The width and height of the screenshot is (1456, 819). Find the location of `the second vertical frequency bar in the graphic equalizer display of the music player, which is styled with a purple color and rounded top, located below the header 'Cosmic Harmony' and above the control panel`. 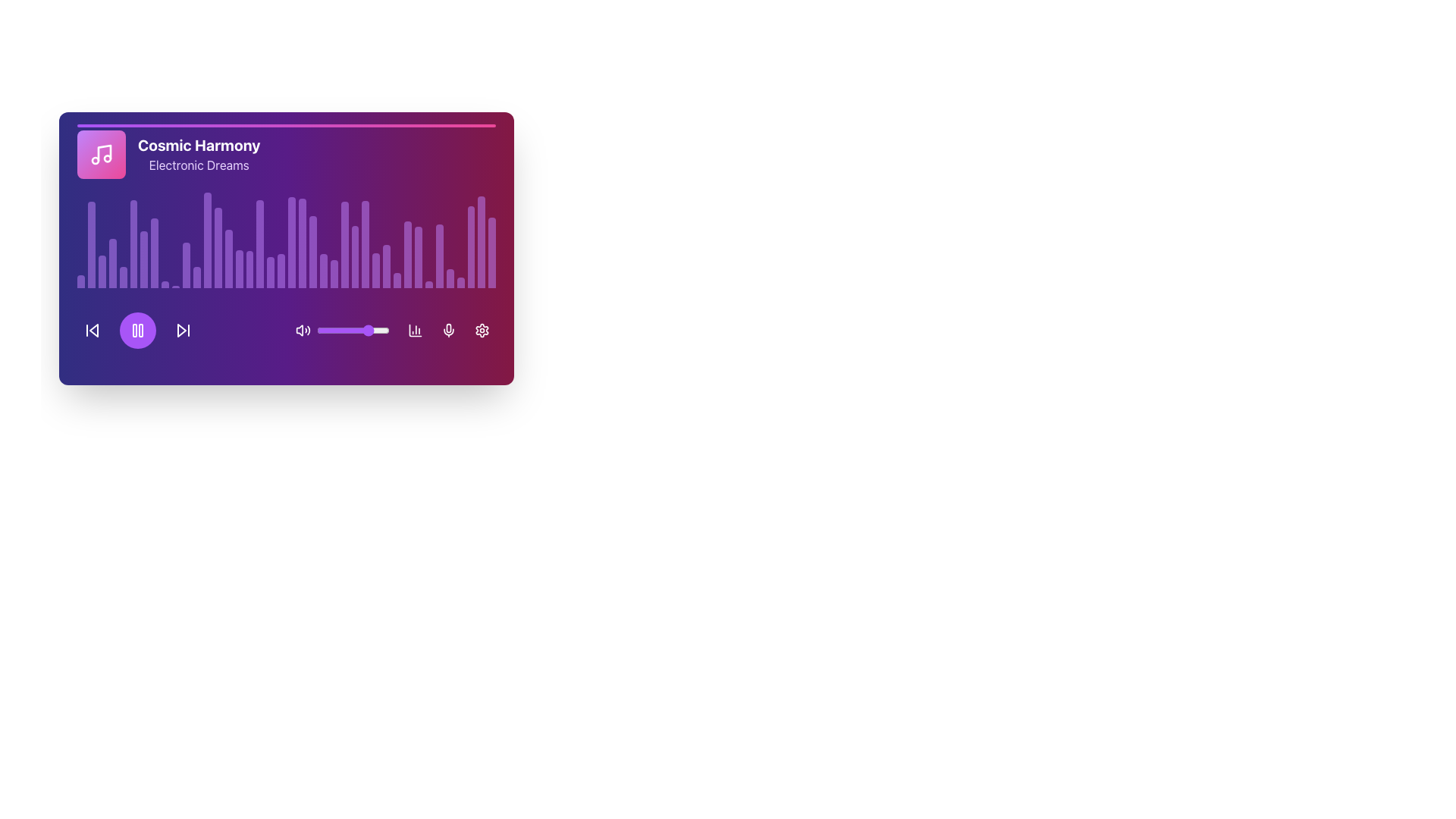

the second vertical frequency bar in the graphic equalizer display of the music player, which is styled with a purple color and rounded top, located below the header 'Cosmic Harmony' and above the control panel is located at coordinates (90, 244).